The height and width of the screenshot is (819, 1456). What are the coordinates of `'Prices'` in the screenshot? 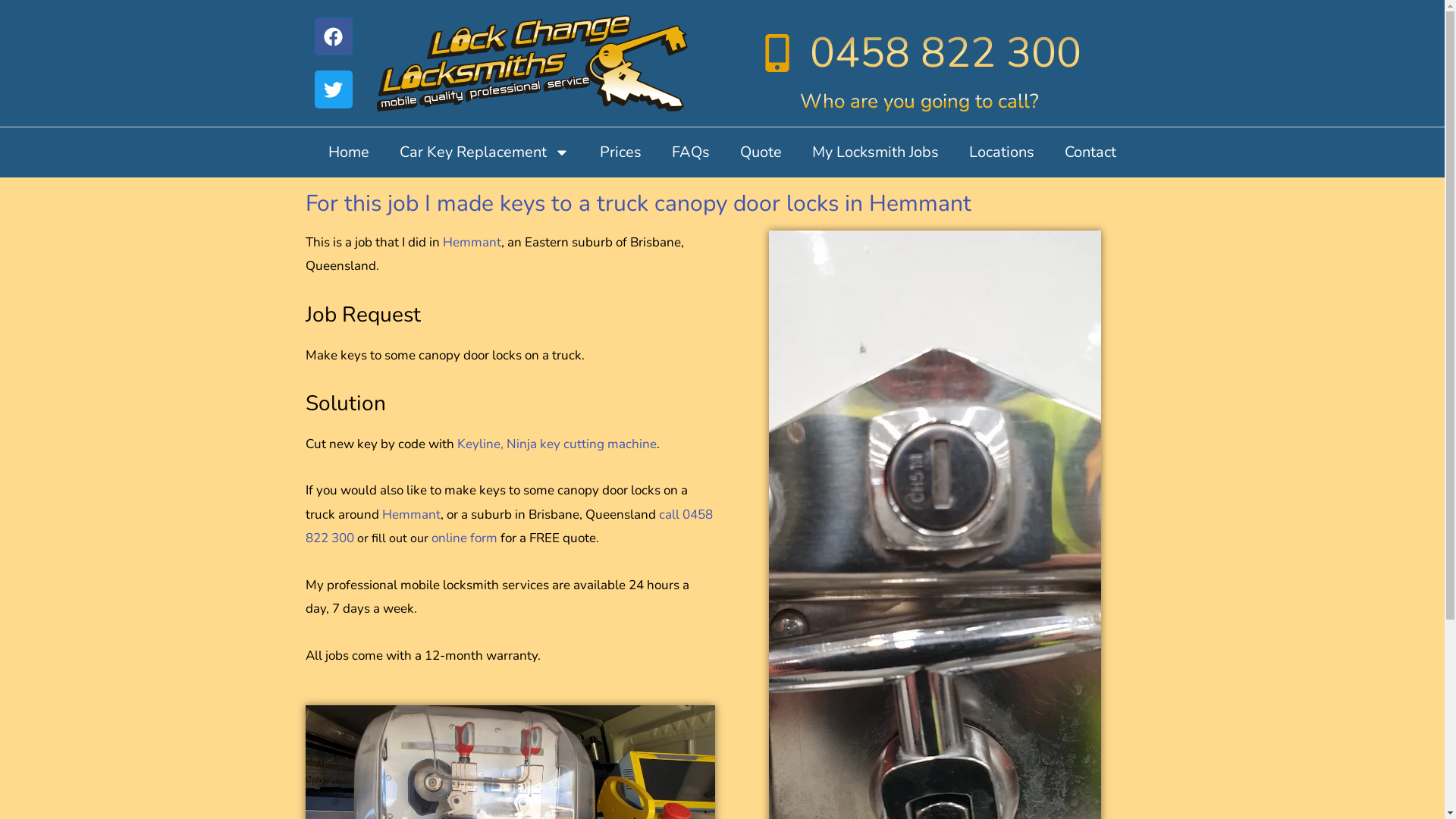 It's located at (620, 152).